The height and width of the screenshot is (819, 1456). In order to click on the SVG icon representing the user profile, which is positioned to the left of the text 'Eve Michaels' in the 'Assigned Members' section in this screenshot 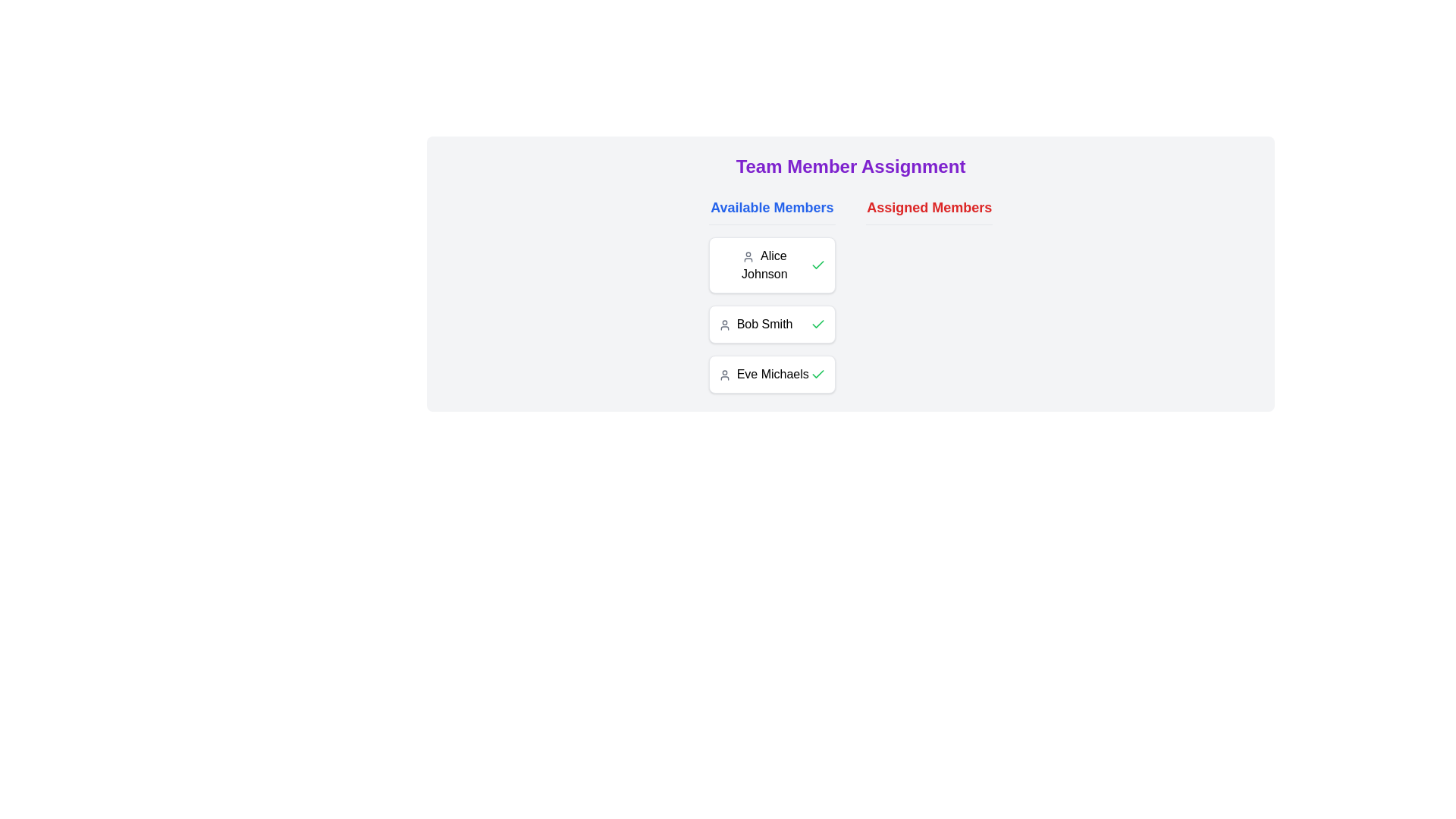, I will do `click(723, 375)`.